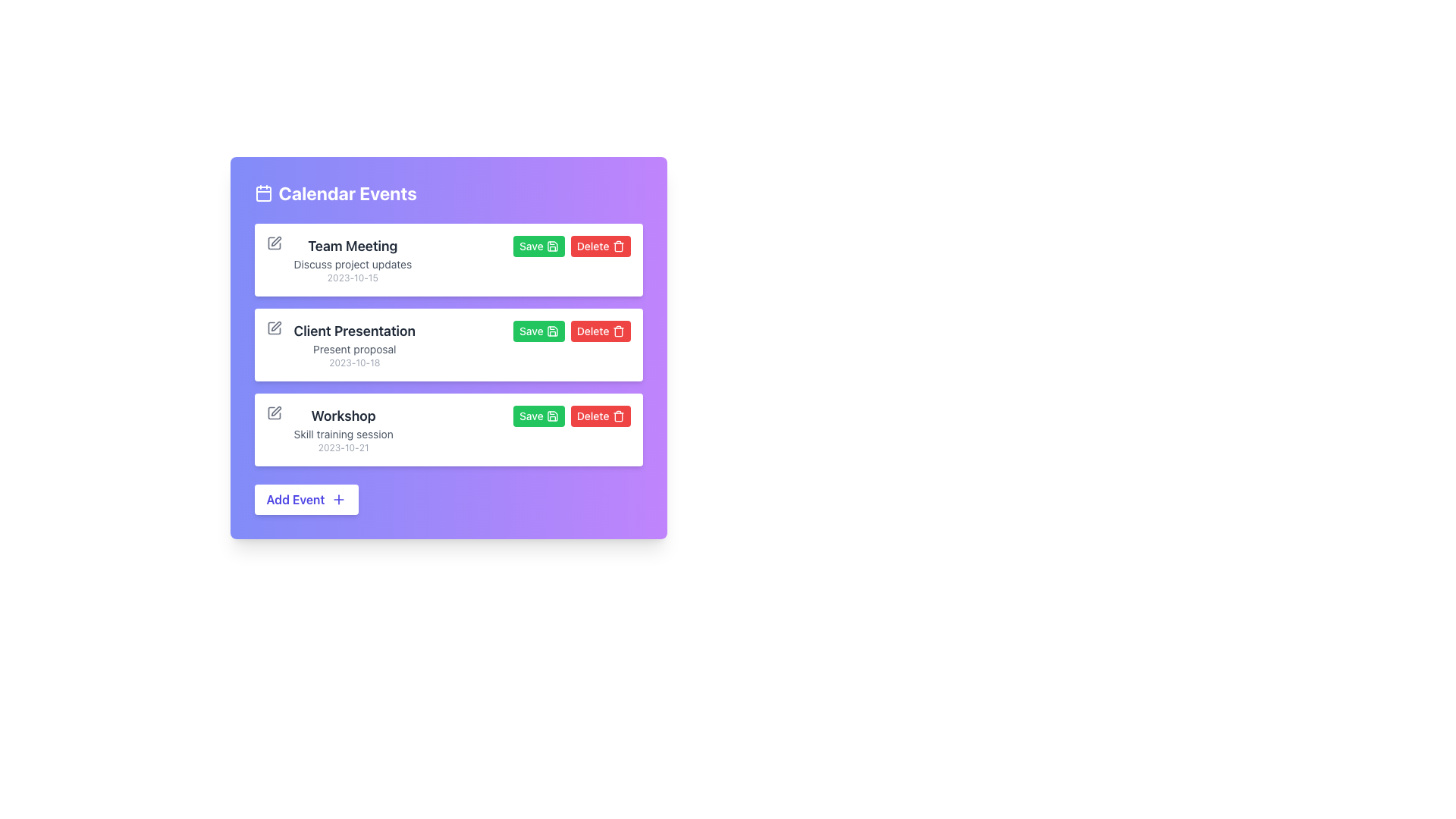 This screenshot has width=1456, height=819. Describe the element at coordinates (538, 416) in the screenshot. I see `the 'Save' button located in the lower section of the 'Workshop' event card to observe the hover effect` at that location.